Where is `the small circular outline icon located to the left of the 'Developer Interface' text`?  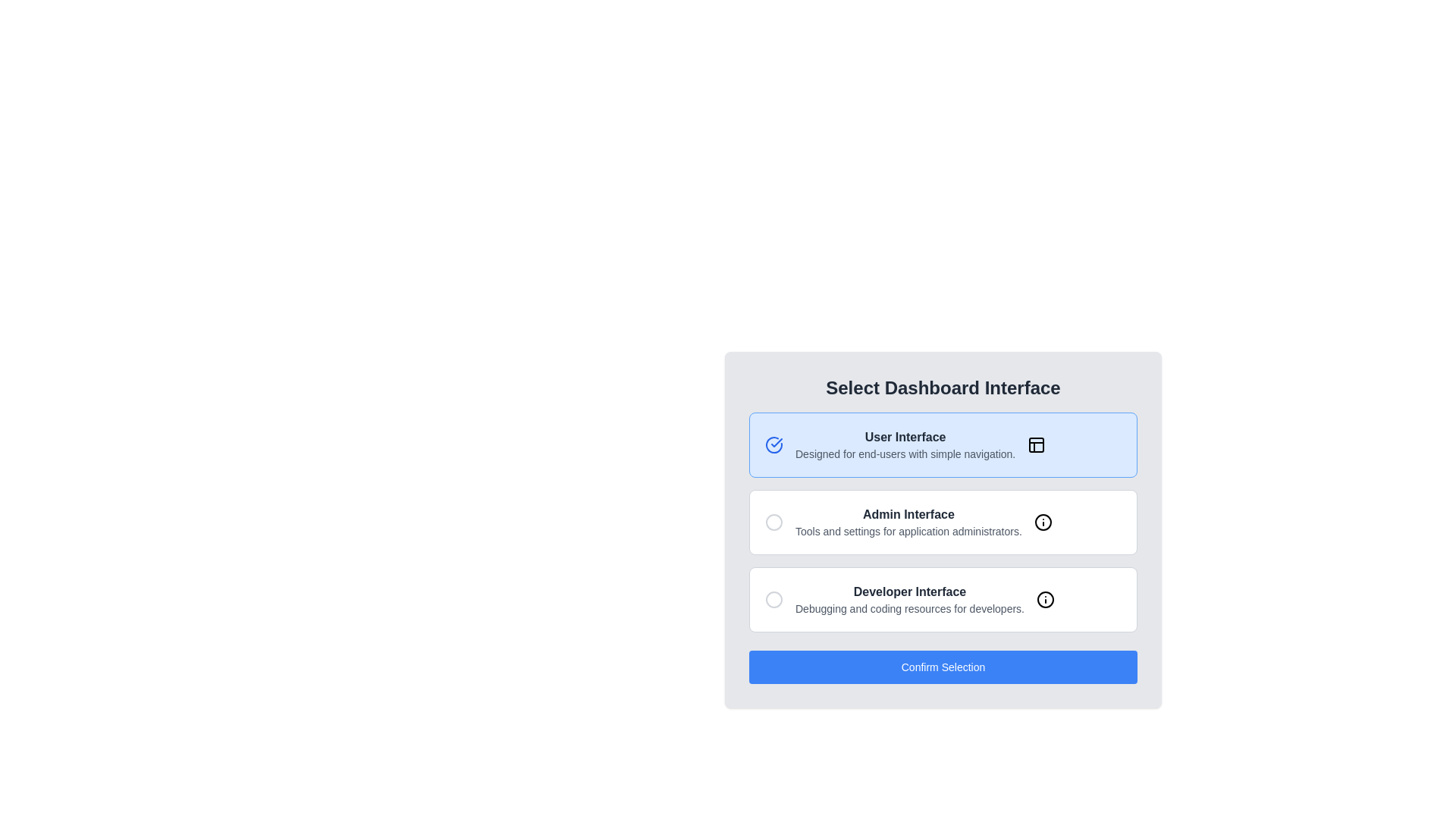
the small circular outline icon located to the left of the 'Developer Interface' text is located at coordinates (774, 598).